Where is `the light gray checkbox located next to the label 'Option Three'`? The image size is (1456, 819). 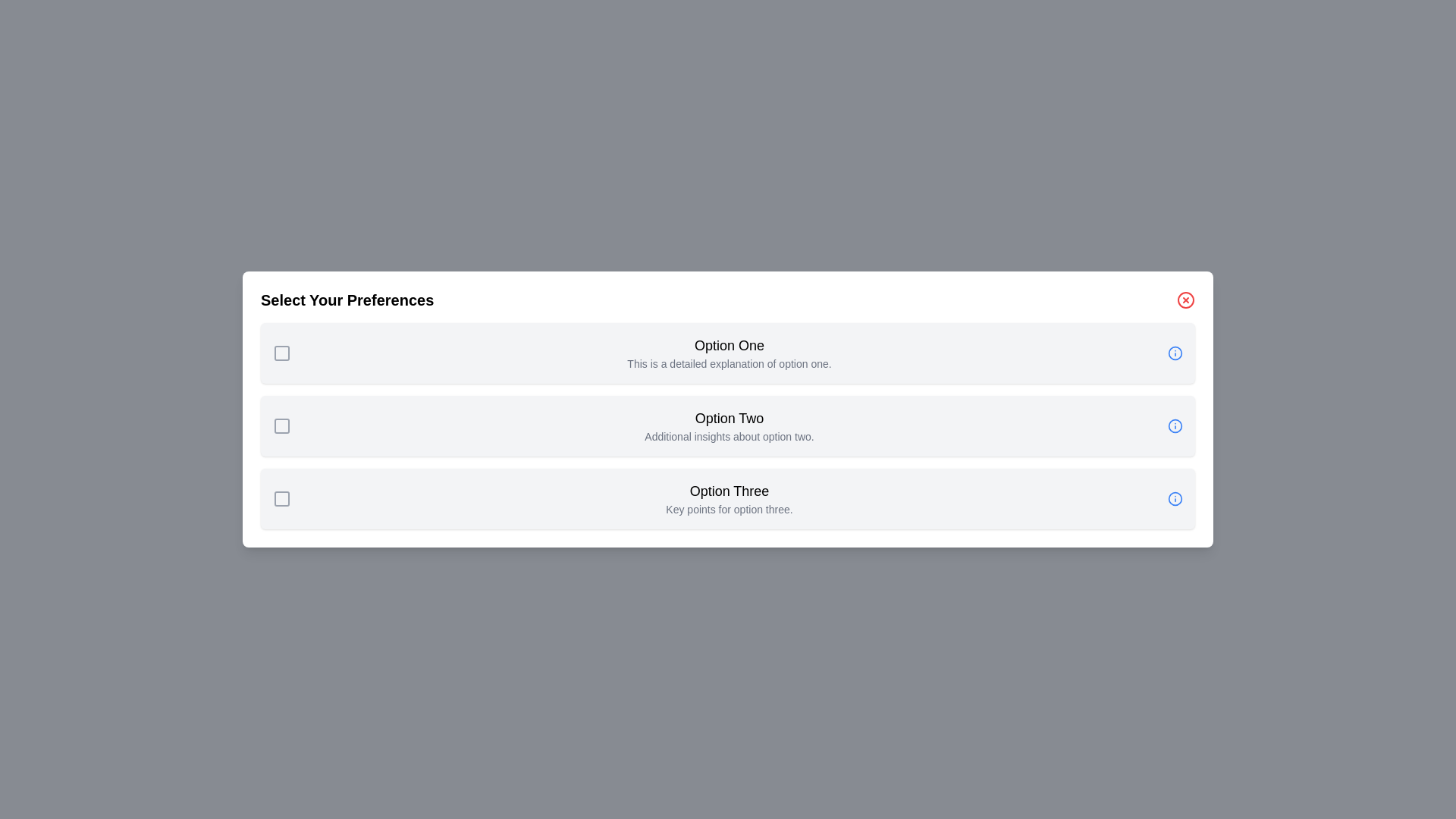 the light gray checkbox located next to the label 'Option Three' is located at coordinates (282, 499).